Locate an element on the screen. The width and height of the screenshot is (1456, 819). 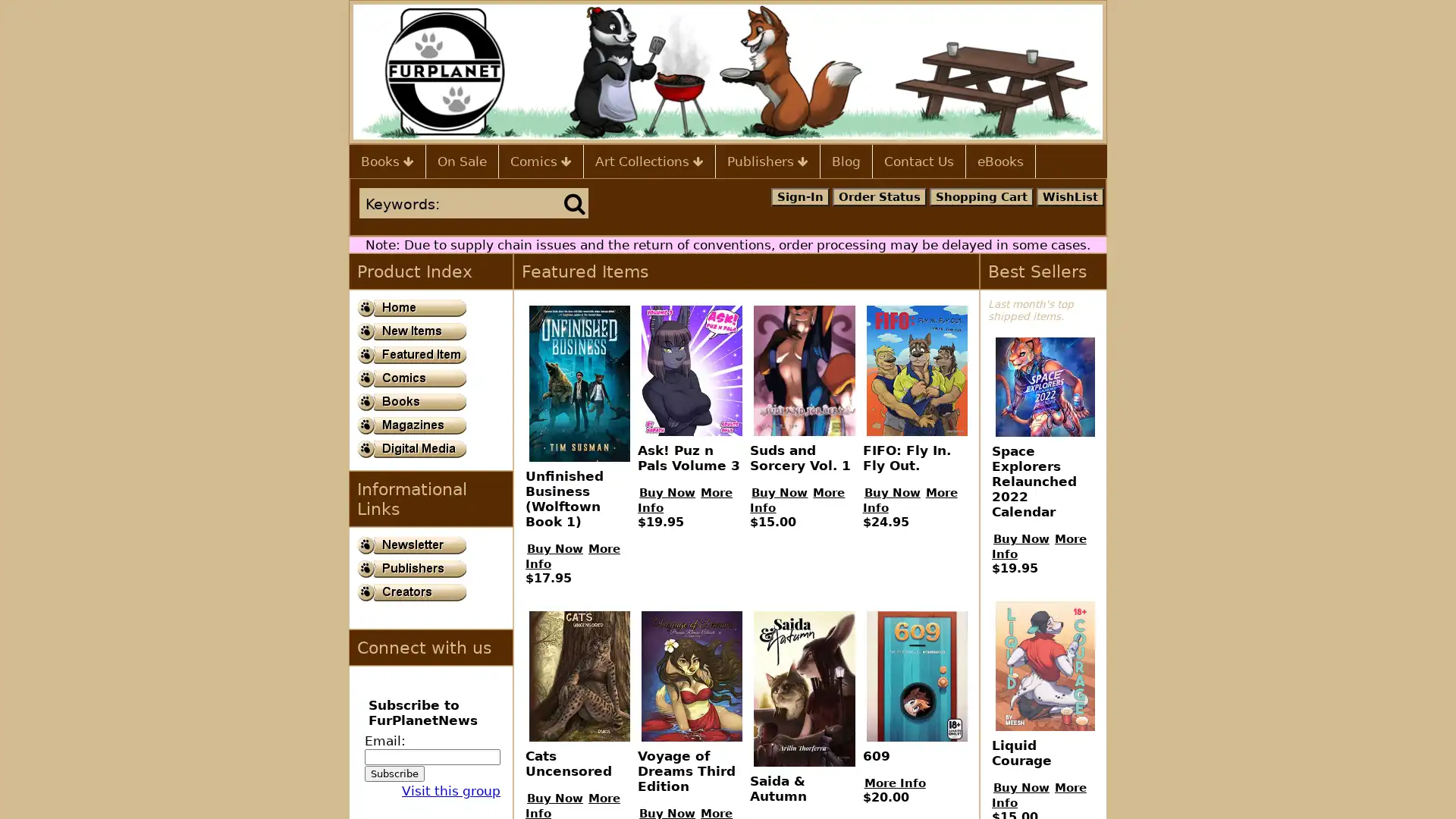
Order Status is located at coordinates (880, 195).